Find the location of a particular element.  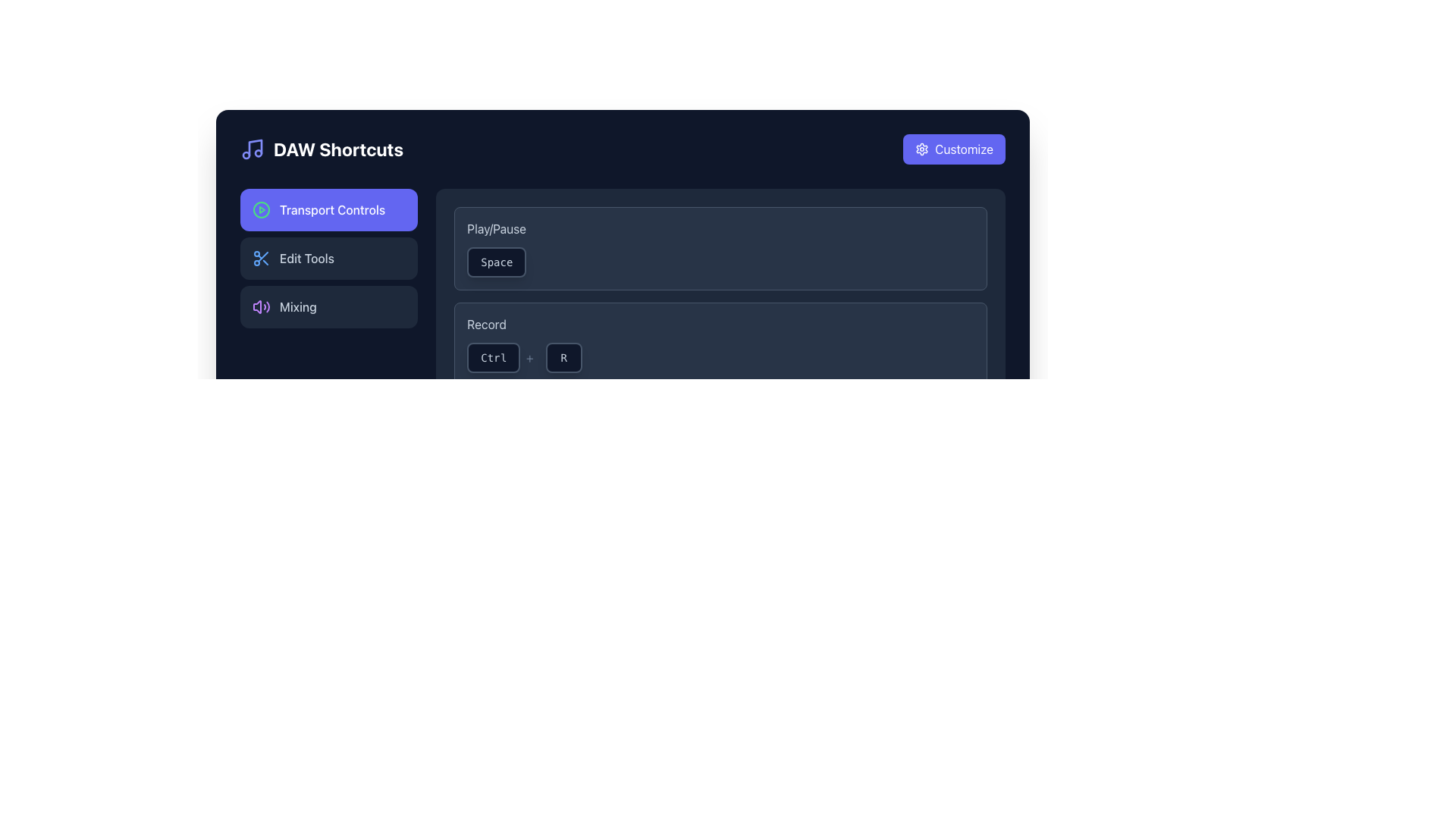

the scissors icon within the 'Edit Tools' button located in the left-hand sidebar of the application interface is located at coordinates (262, 257).